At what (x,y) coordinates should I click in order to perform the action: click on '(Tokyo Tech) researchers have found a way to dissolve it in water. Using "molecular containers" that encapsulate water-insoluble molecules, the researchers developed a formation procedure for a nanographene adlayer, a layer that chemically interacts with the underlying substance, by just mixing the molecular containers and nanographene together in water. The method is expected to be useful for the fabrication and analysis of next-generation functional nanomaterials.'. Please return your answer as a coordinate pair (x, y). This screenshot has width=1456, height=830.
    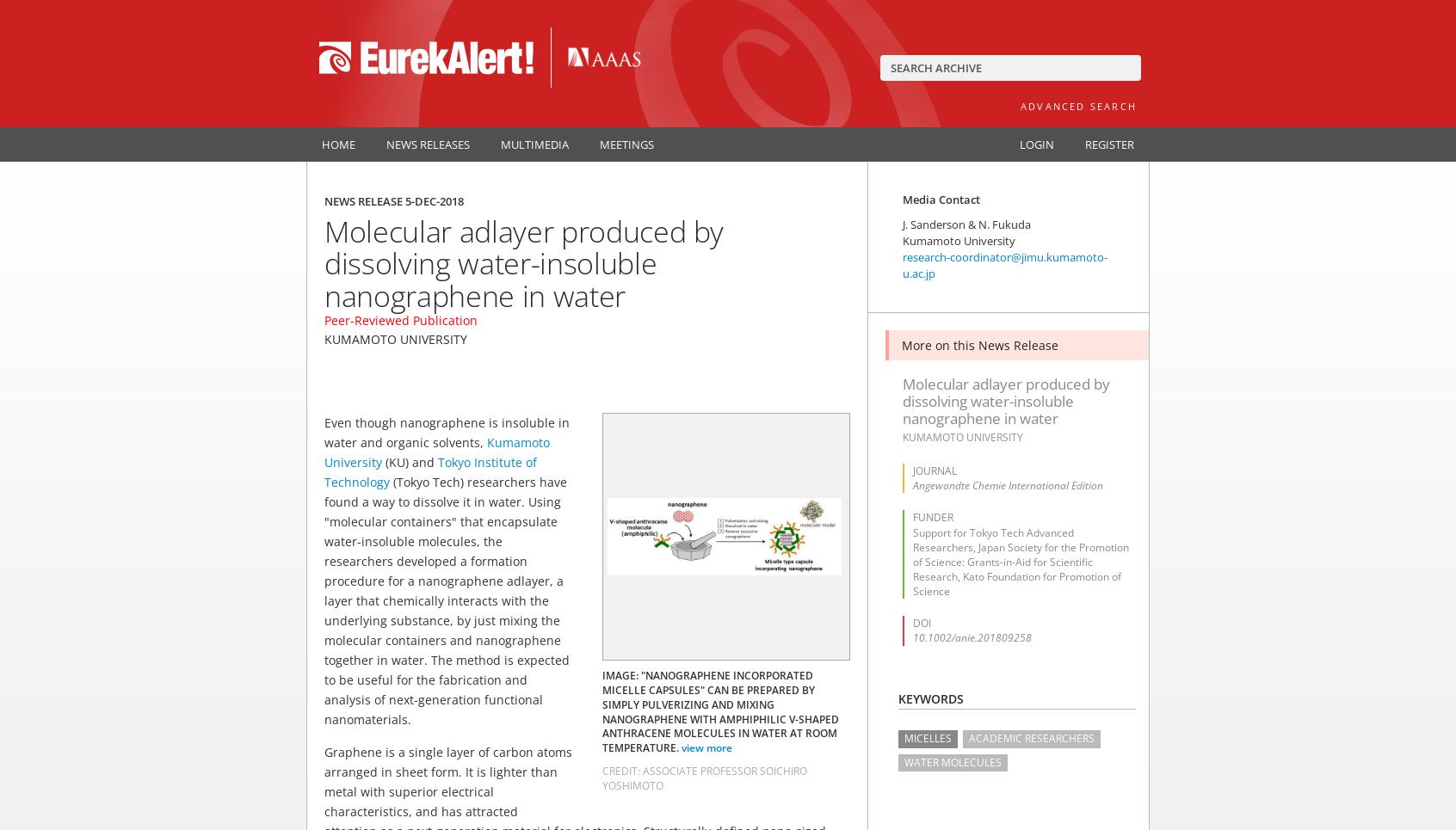
    Looking at the image, I should click on (447, 599).